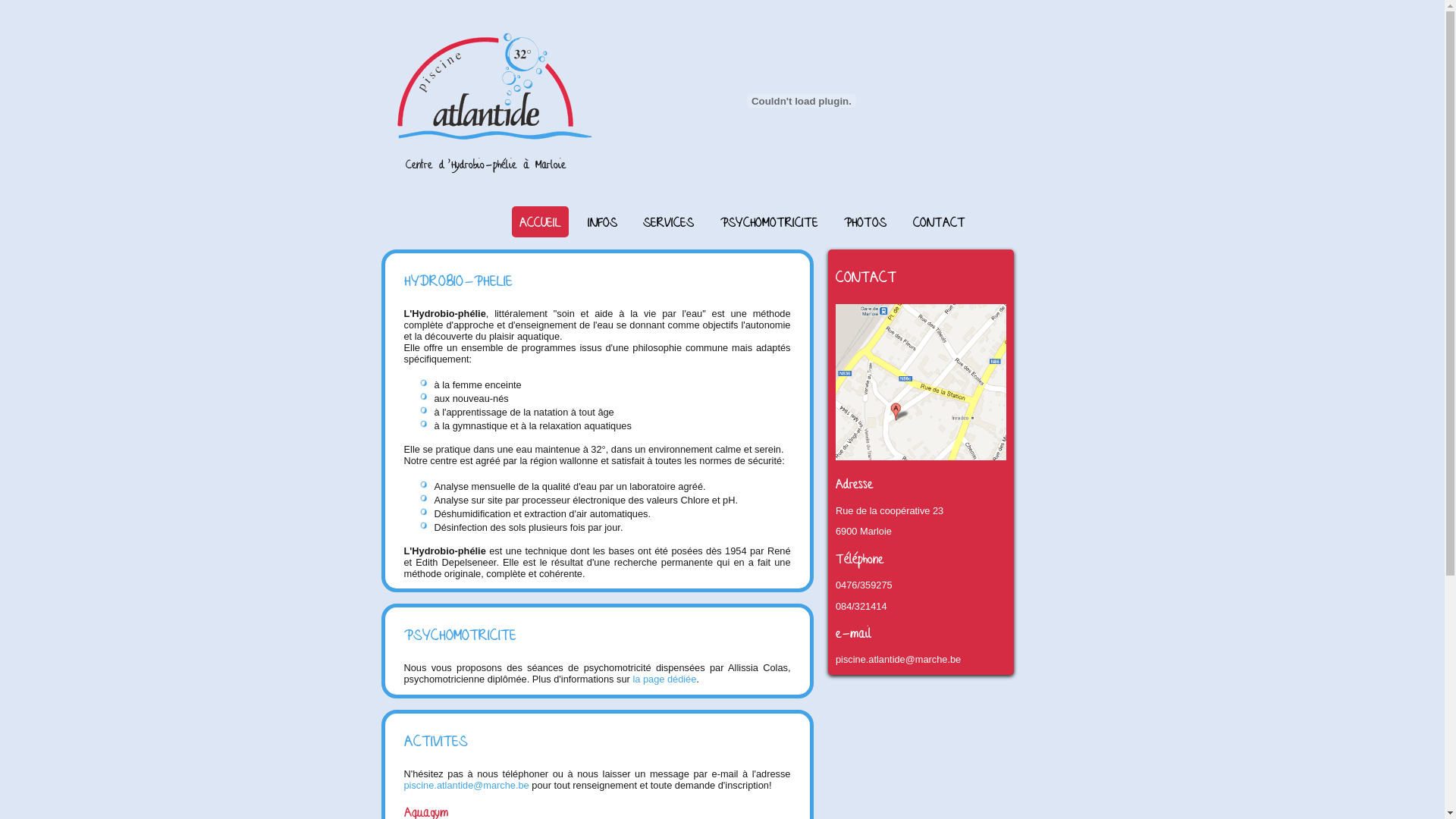  Describe the element at coordinates (465, 785) in the screenshot. I see `'piscine.atlantide@marche.be'` at that location.